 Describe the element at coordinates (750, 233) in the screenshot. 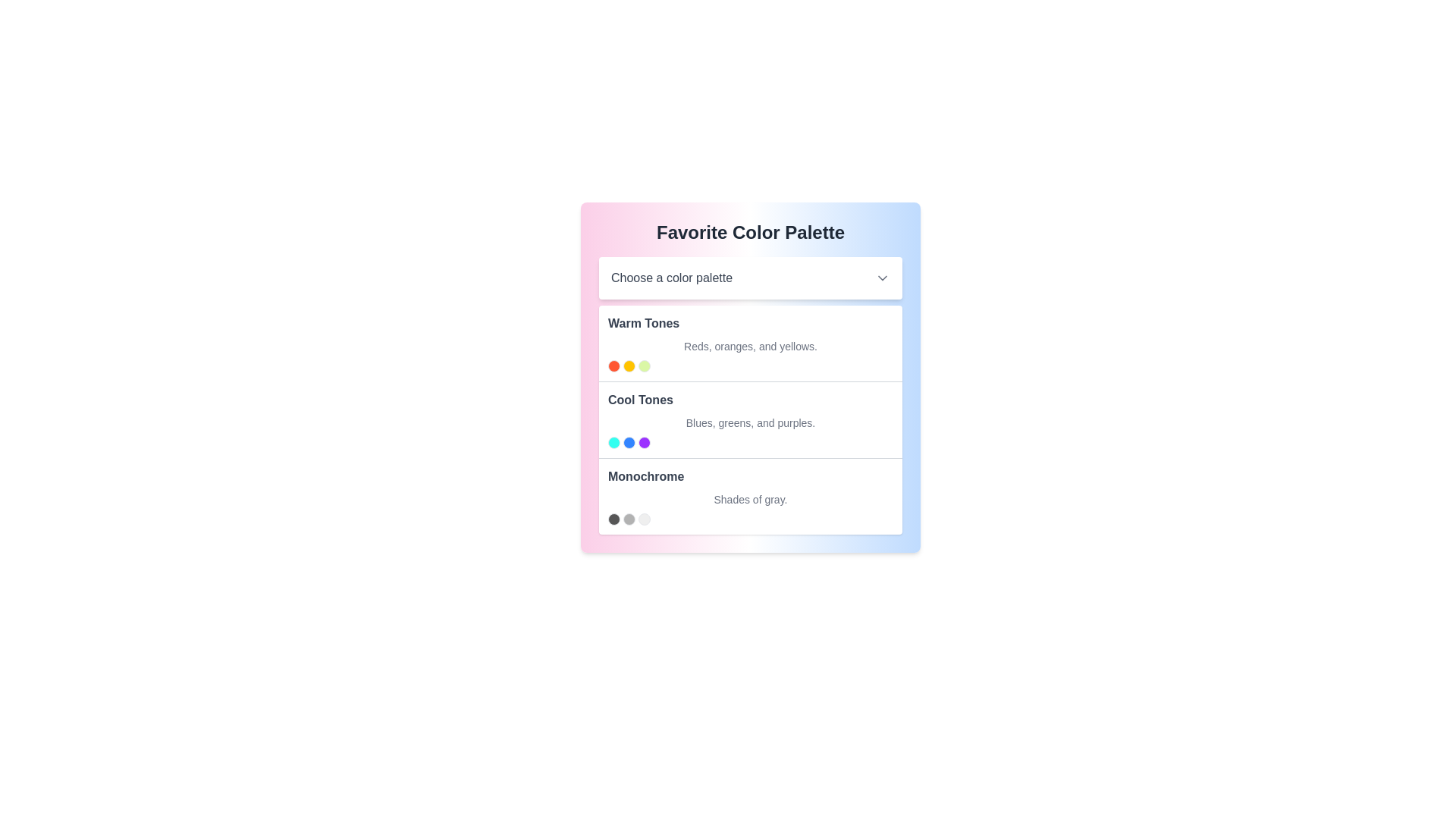

I see `the bold title text 'Favorite Color Palette'` at that location.